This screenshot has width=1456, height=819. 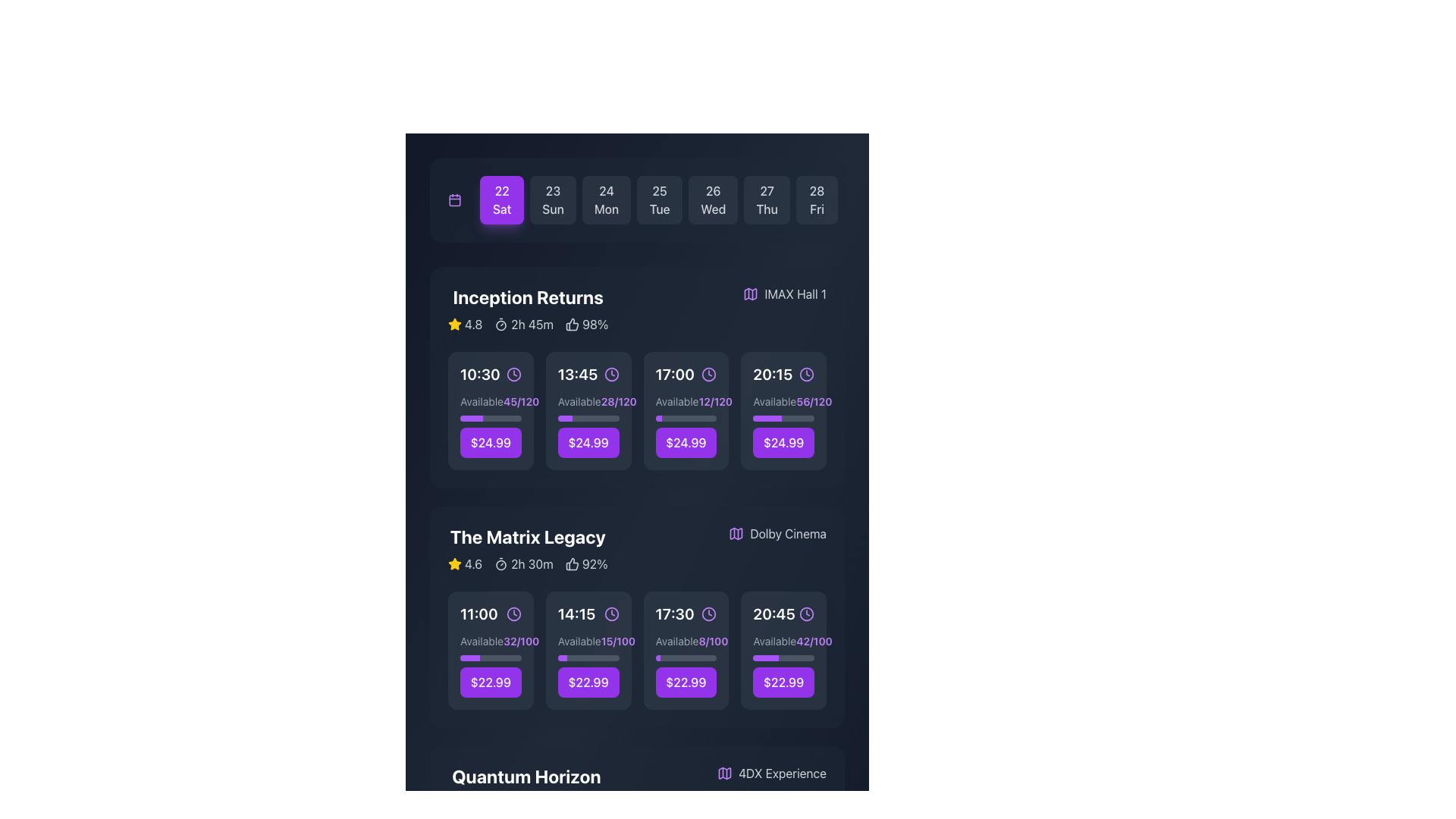 What do you see at coordinates (619, 400) in the screenshot?
I see `text '28/120' which indicates the current and total availability for the time slot '13:45' in the 'Inception Returns' section, positioned to the right of the 'Available' text` at bounding box center [619, 400].